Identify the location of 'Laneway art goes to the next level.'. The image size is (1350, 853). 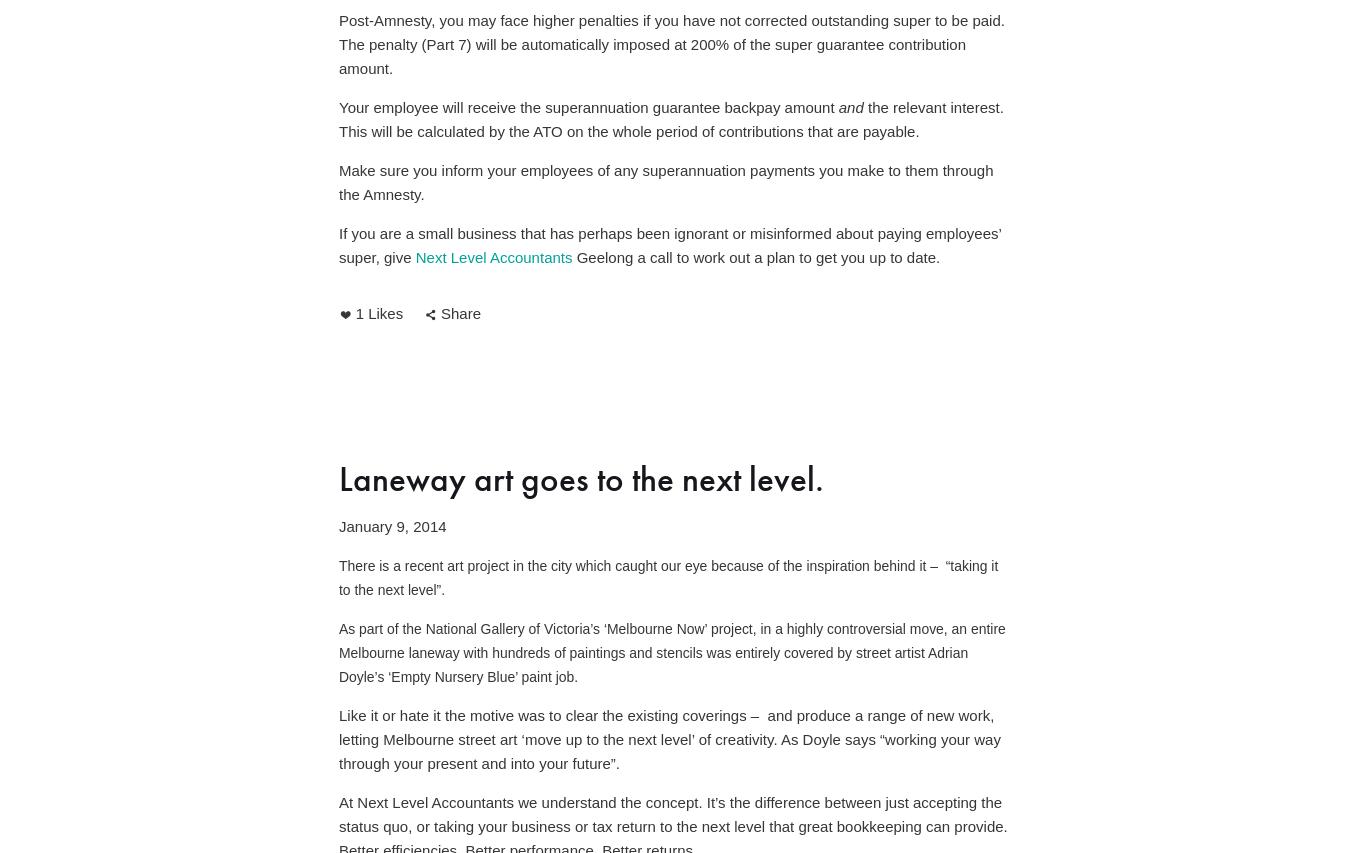
(581, 478).